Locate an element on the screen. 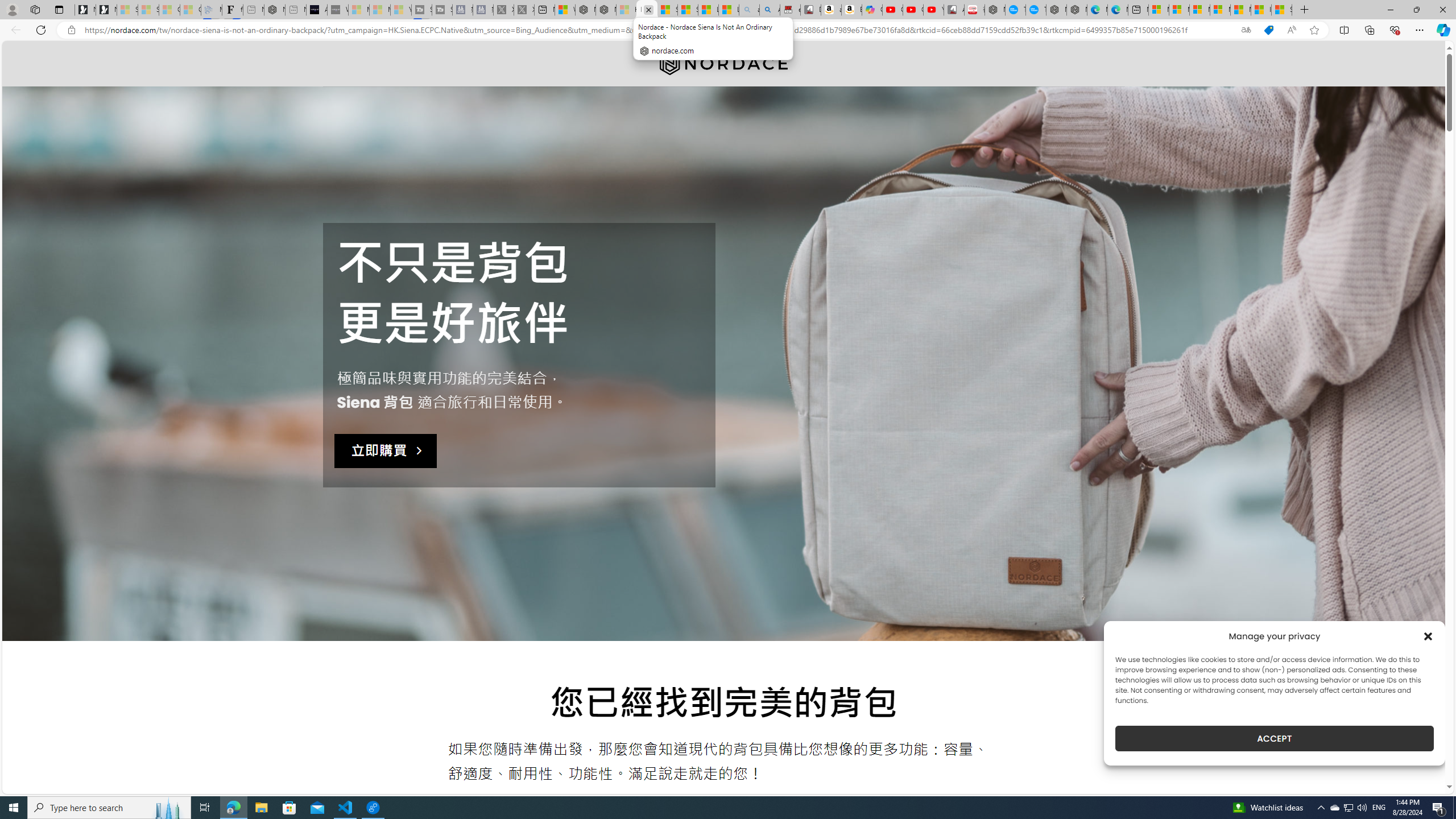 Image resolution: width=1456 pixels, height=819 pixels. 'Show translate options' is located at coordinates (1246, 30).